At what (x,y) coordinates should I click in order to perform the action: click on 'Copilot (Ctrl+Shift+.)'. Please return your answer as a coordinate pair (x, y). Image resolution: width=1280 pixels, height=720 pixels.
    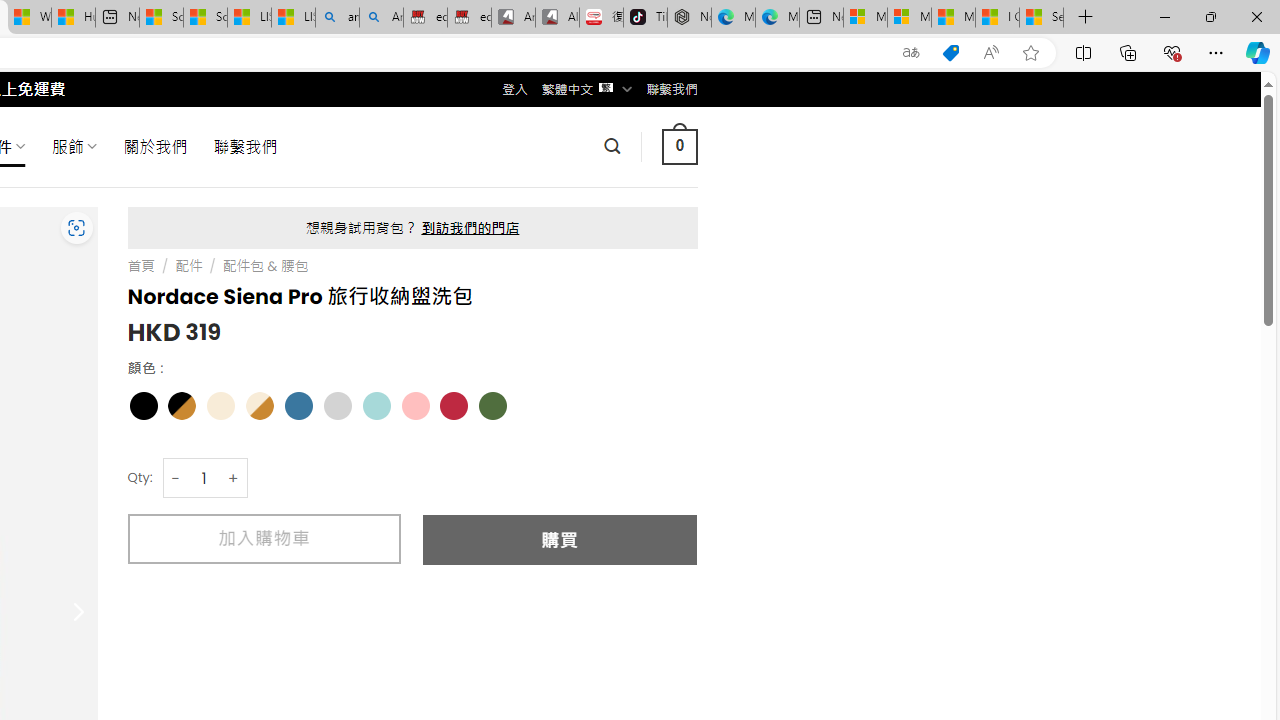
    Looking at the image, I should click on (1257, 51).